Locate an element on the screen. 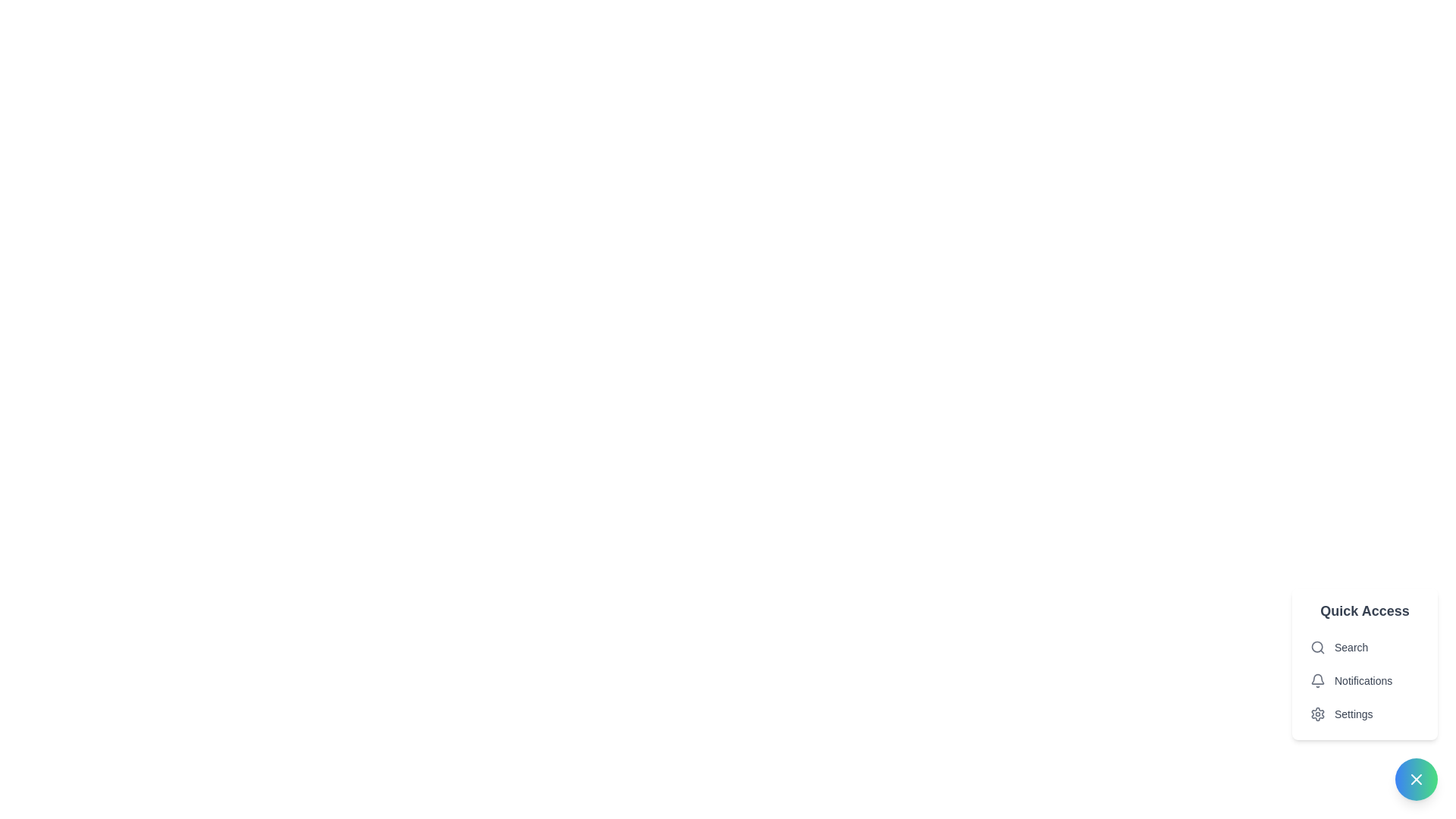 Image resolution: width=1456 pixels, height=819 pixels. the 'Quick Access' text label, which is displayed in bold at the top of the menu panel with a white background and rounded borders is located at coordinates (1365, 610).